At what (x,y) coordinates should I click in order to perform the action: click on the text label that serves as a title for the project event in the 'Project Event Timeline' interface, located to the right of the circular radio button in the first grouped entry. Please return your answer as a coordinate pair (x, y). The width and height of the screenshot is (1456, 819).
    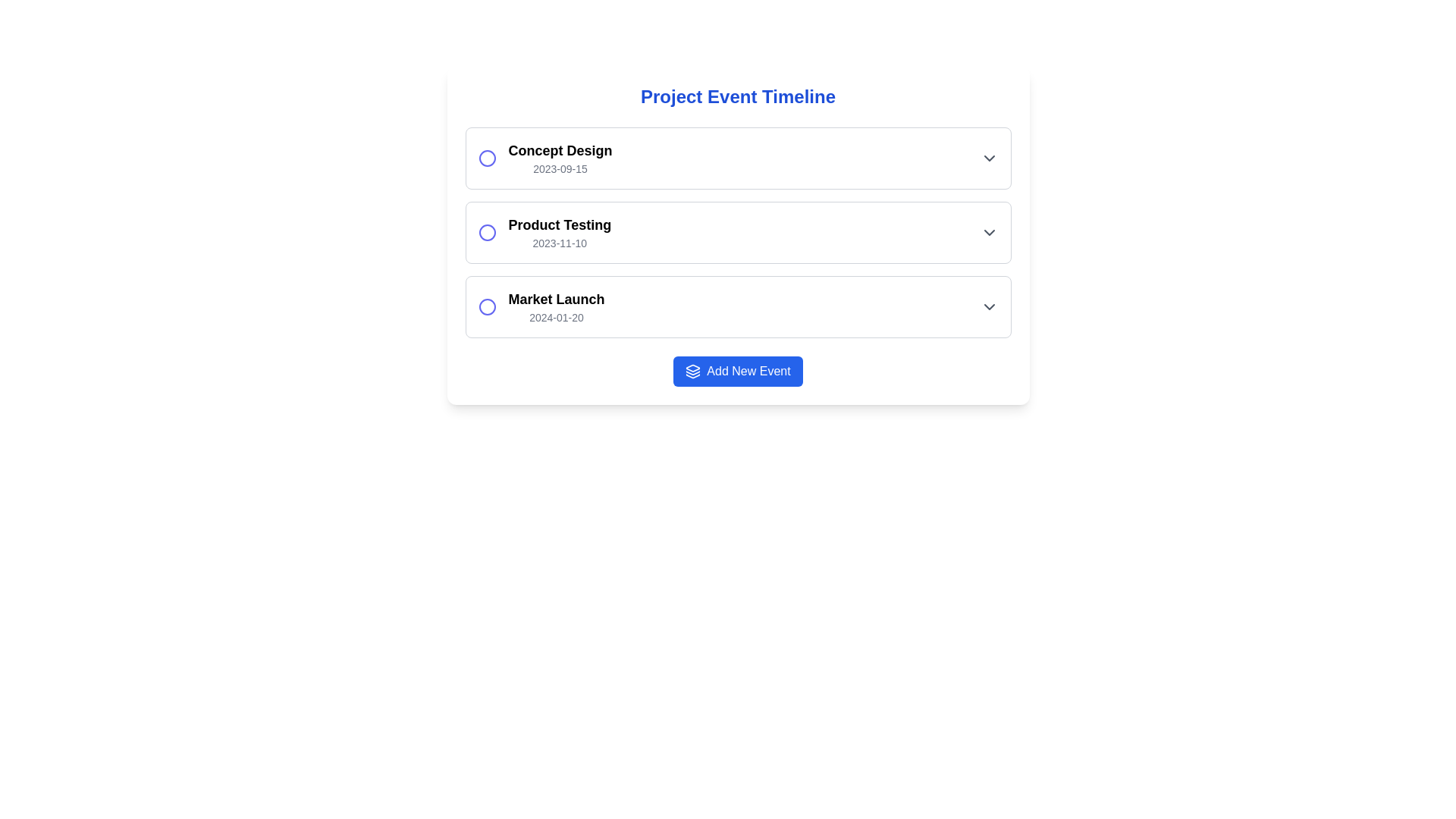
    Looking at the image, I should click on (560, 151).